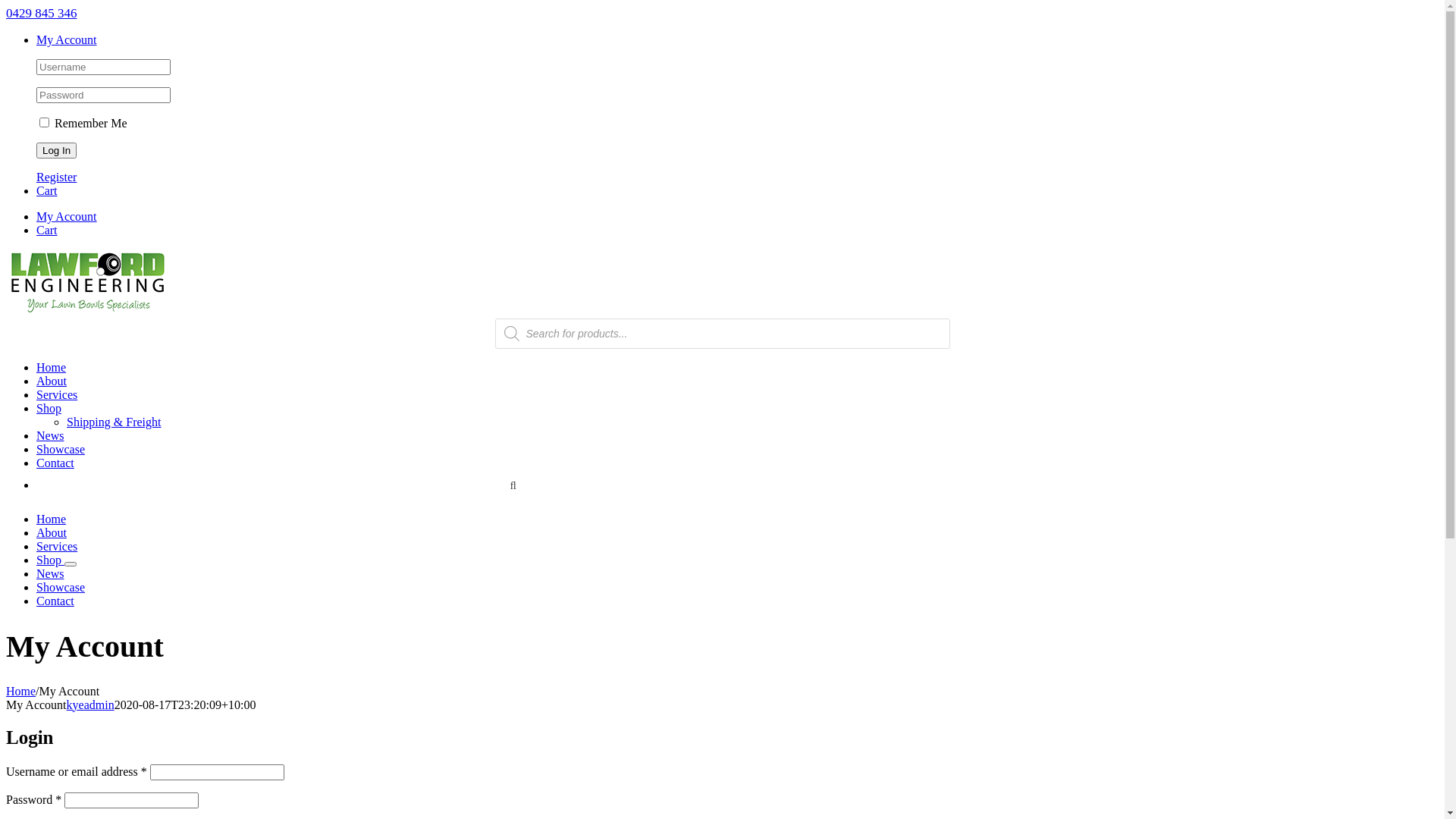 Image resolution: width=1456 pixels, height=819 pixels. I want to click on 'My Account', so click(65, 39).